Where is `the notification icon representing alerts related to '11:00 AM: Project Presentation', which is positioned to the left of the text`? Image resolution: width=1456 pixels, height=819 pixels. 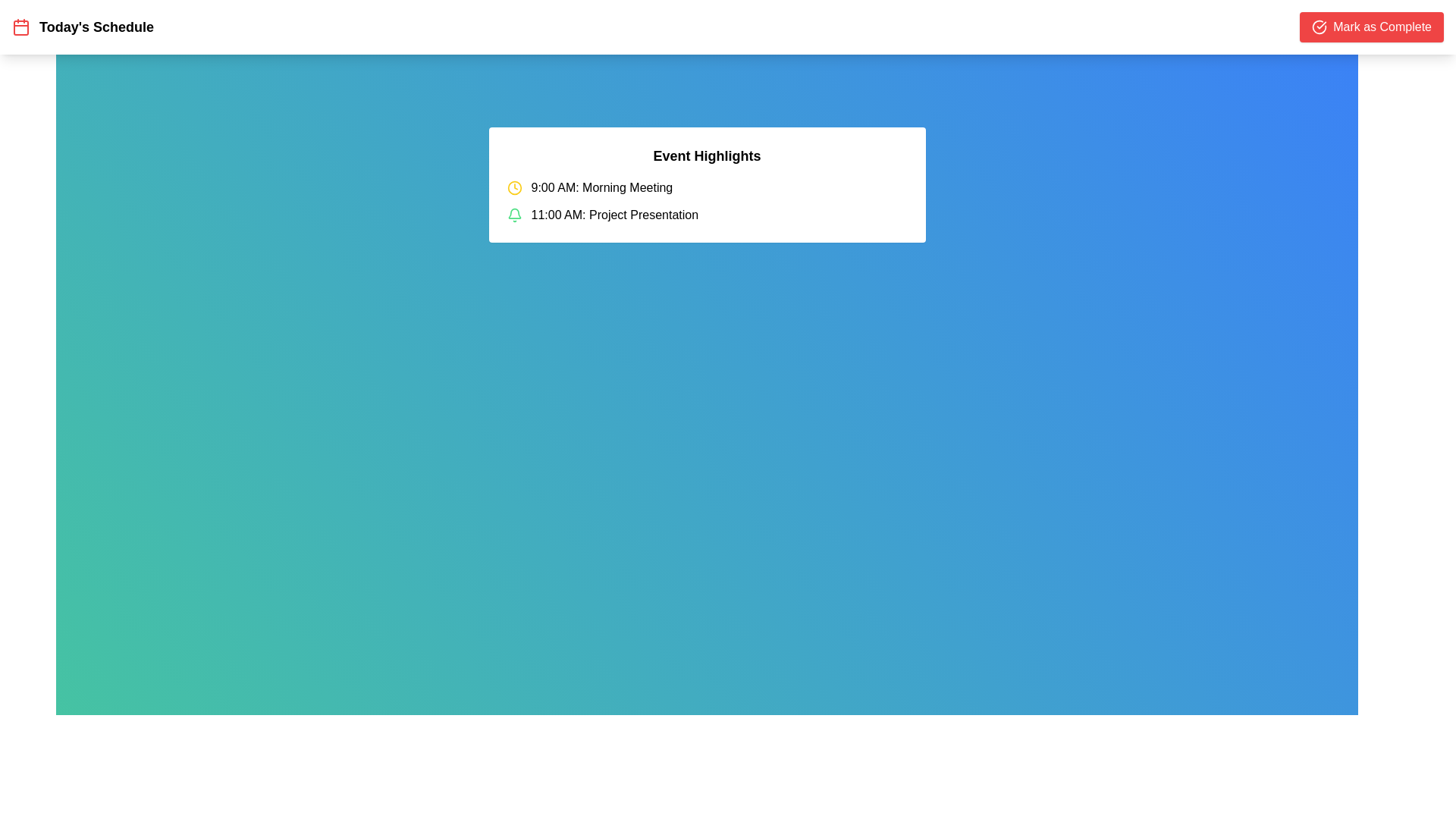
the notification icon representing alerts related to '11:00 AM: Project Presentation', which is positioned to the left of the text is located at coordinates (514, 215).